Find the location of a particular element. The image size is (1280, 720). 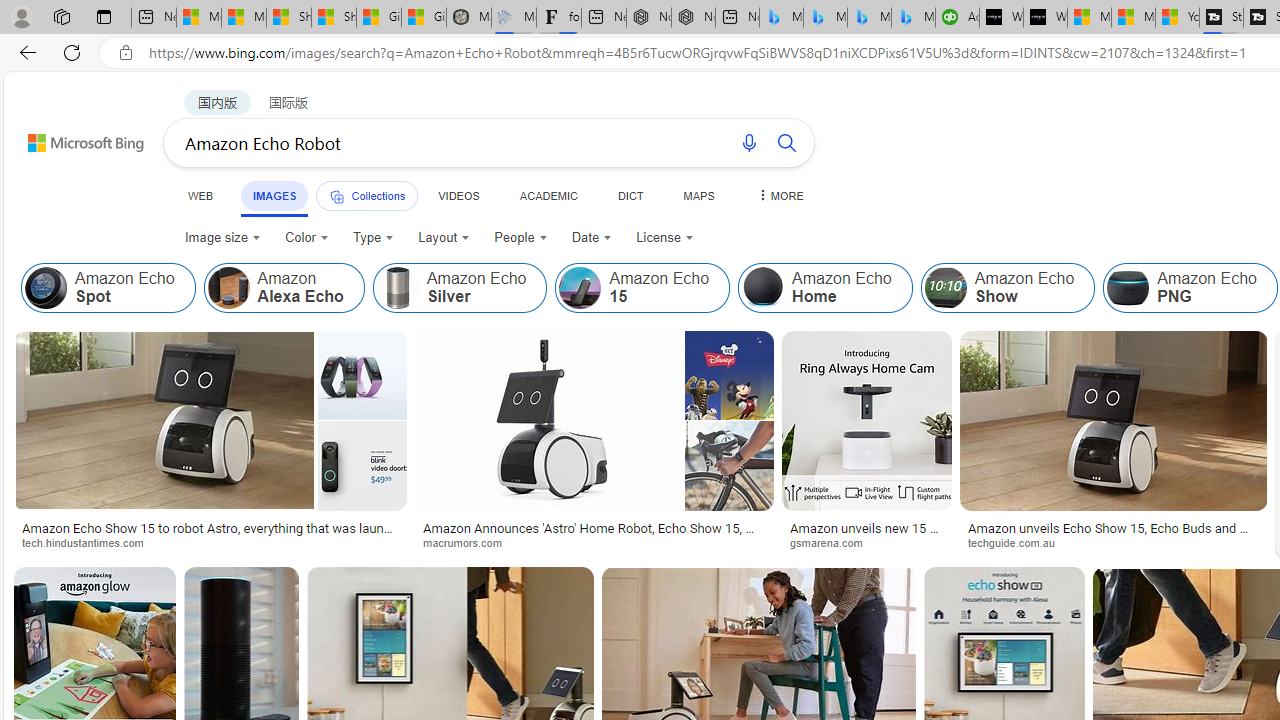

'WEB' is located at coordinates (201, 195).